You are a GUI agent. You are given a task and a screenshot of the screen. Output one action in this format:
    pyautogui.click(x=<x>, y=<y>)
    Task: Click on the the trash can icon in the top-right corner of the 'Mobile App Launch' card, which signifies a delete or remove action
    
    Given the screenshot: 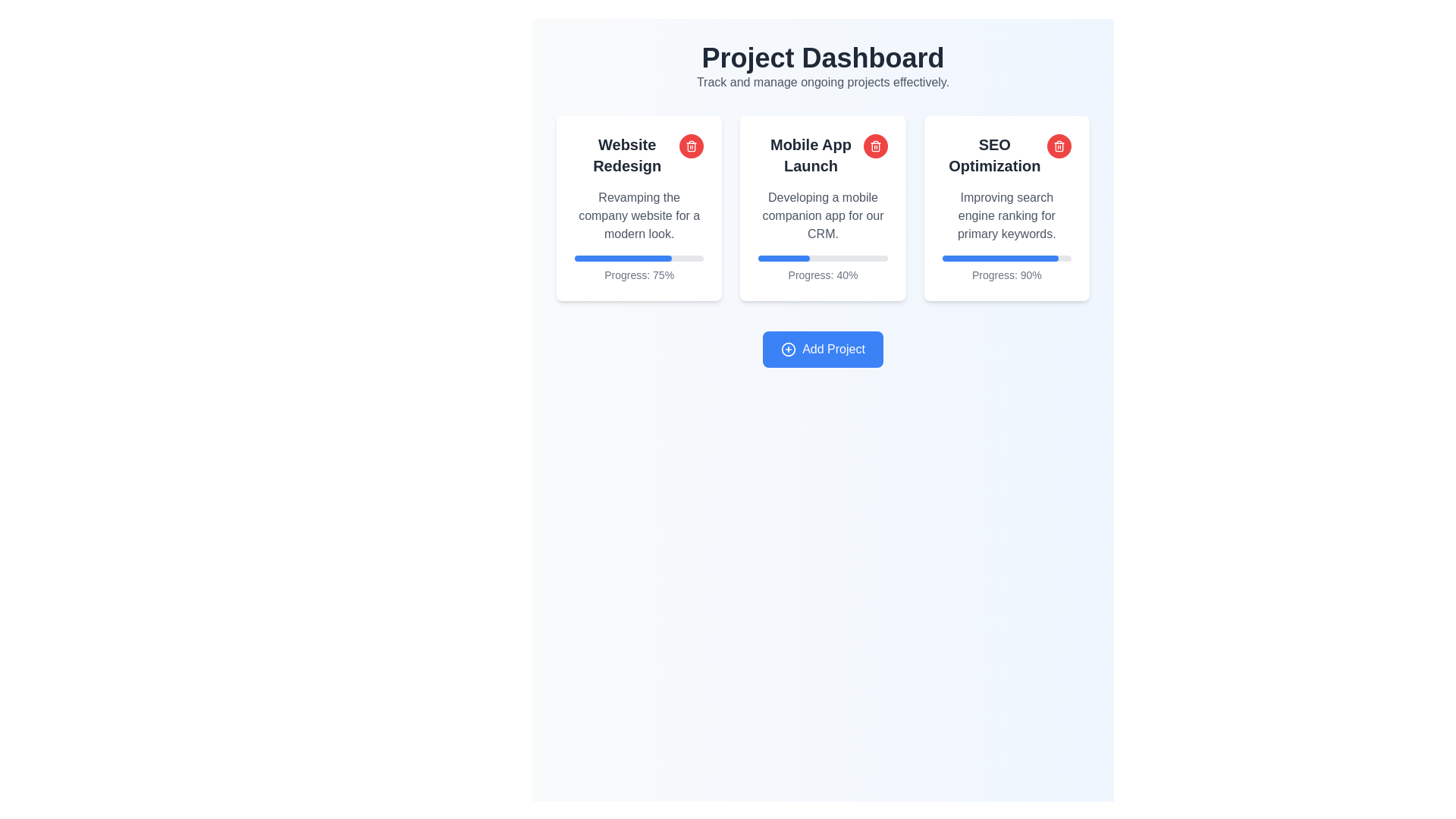 What is the action you would take?
    pyautogui.click(x=875, y=147)
    